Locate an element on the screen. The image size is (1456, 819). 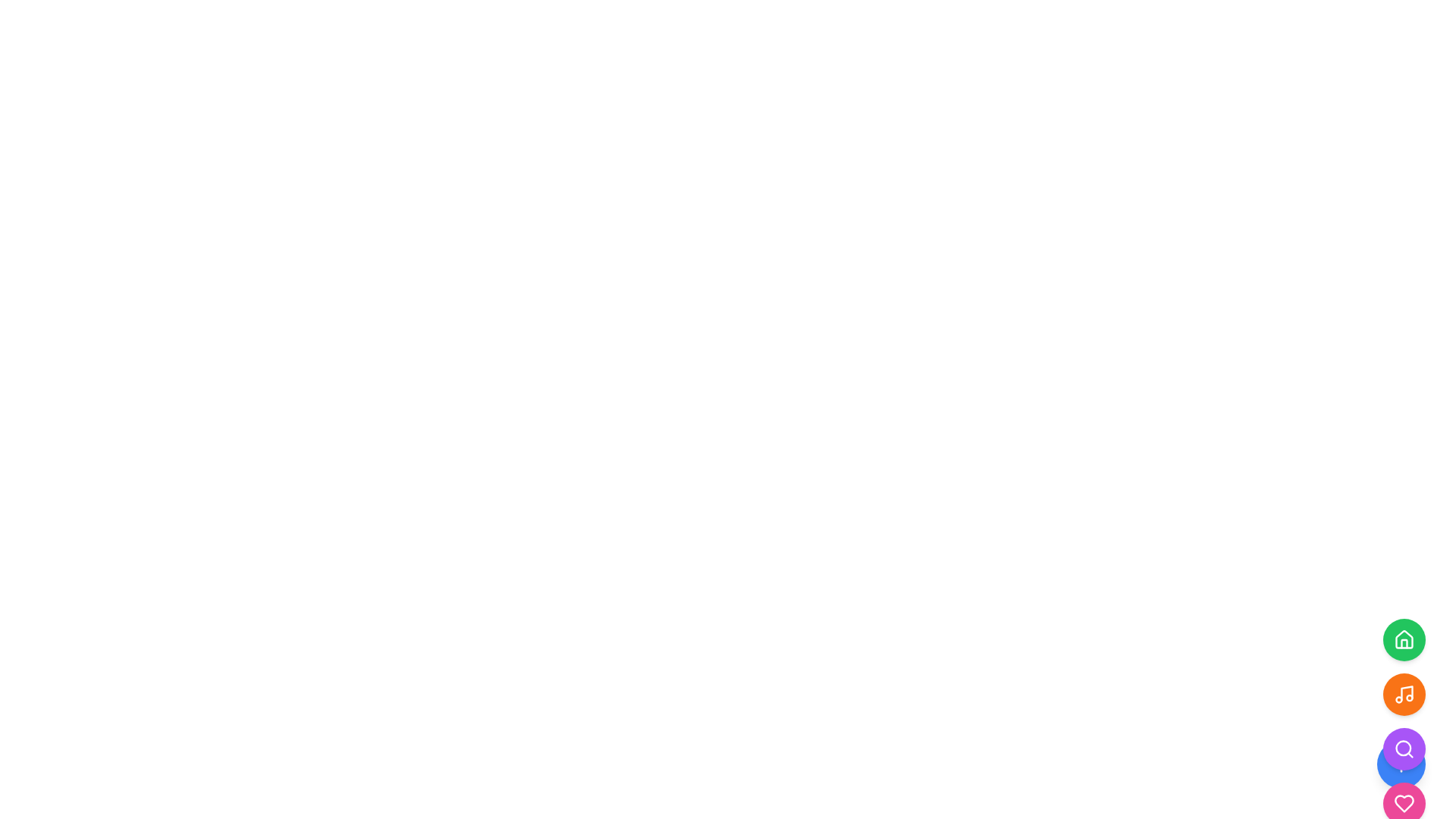
the orange circular button with a musical note icon is located at coordinates (1404, 694).